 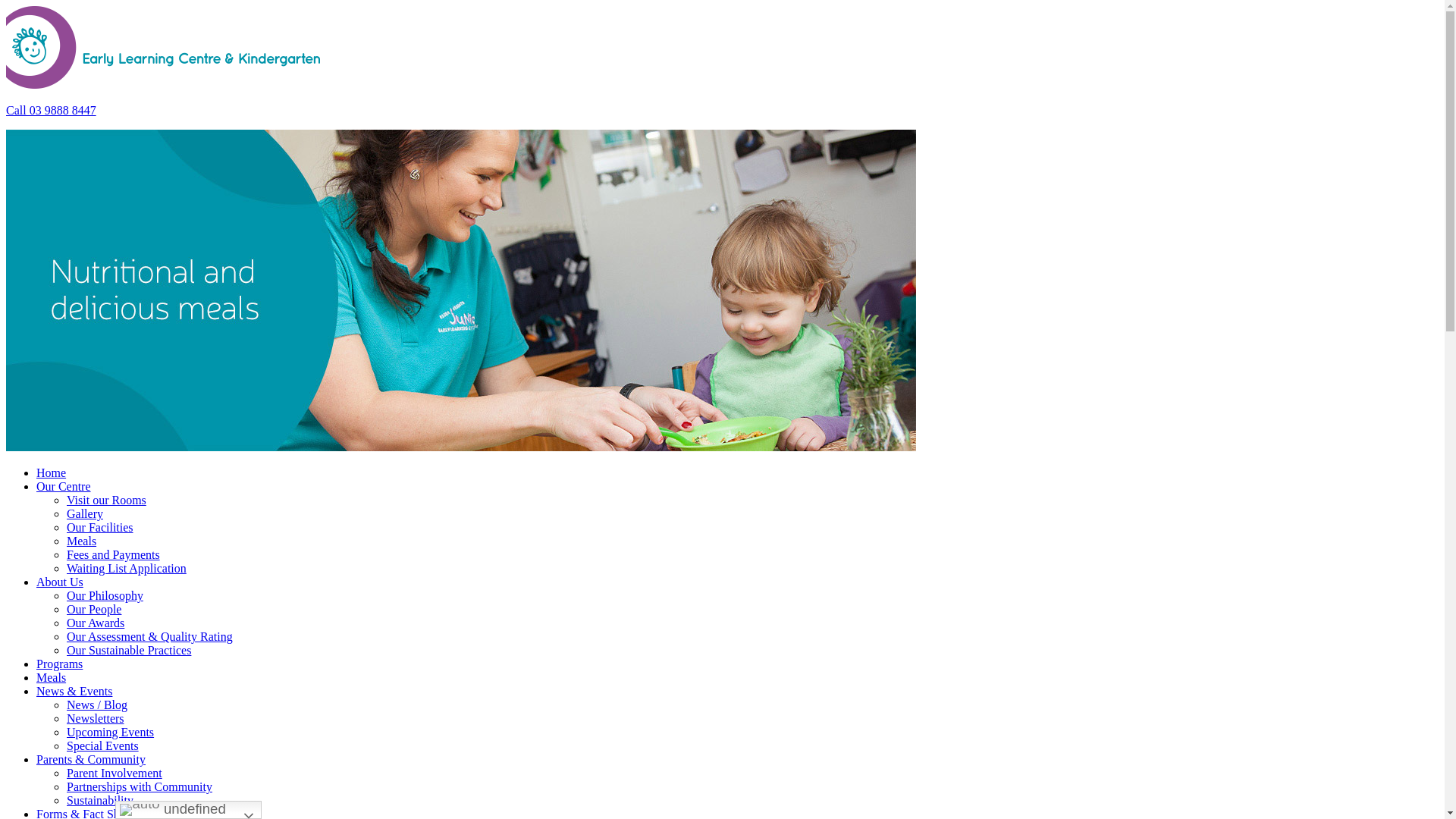 I want to click on 'Our Awards', so click(x=94, y=623).